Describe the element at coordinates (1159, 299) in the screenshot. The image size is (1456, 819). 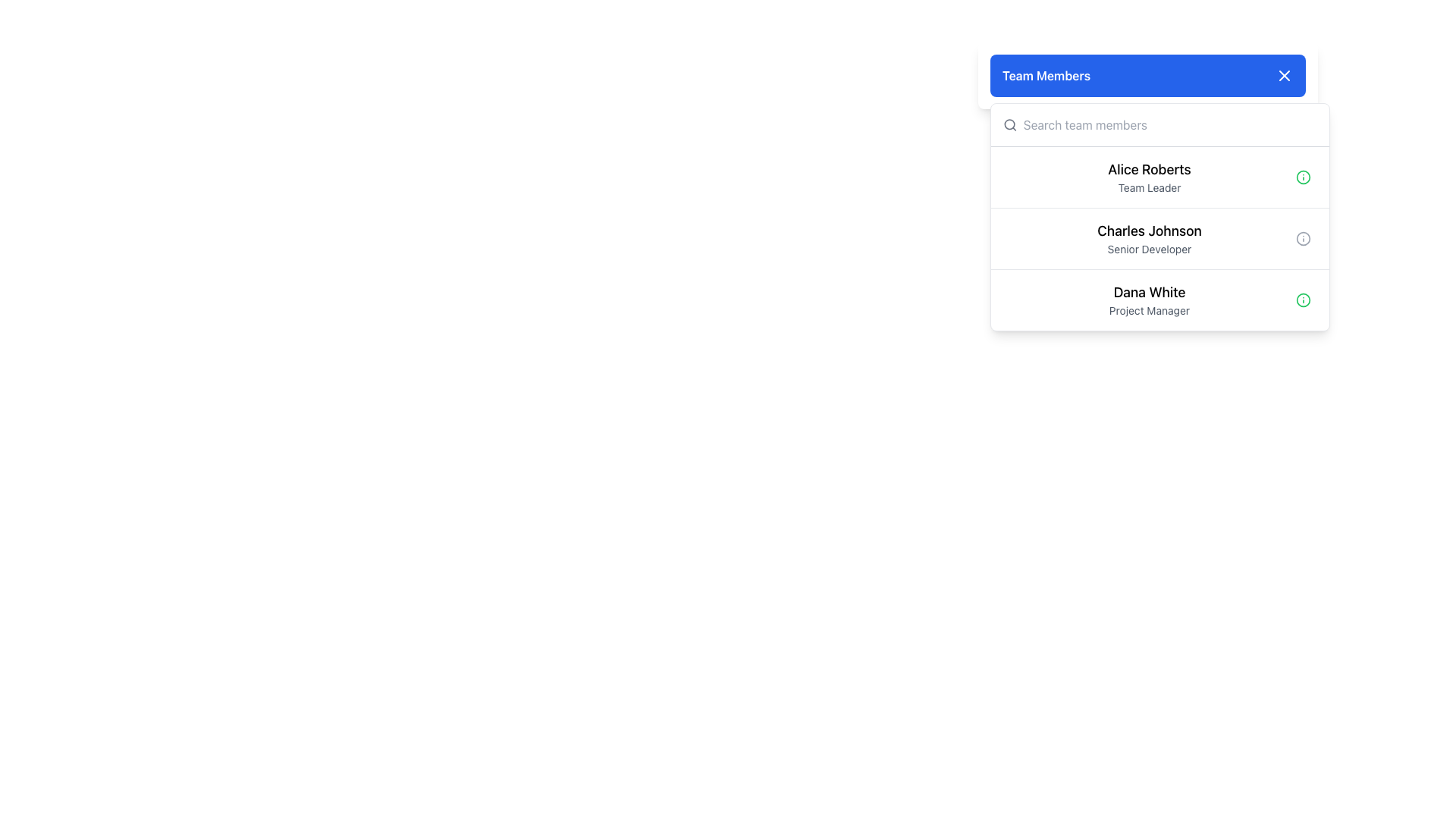
I see `the third list item` at that location.